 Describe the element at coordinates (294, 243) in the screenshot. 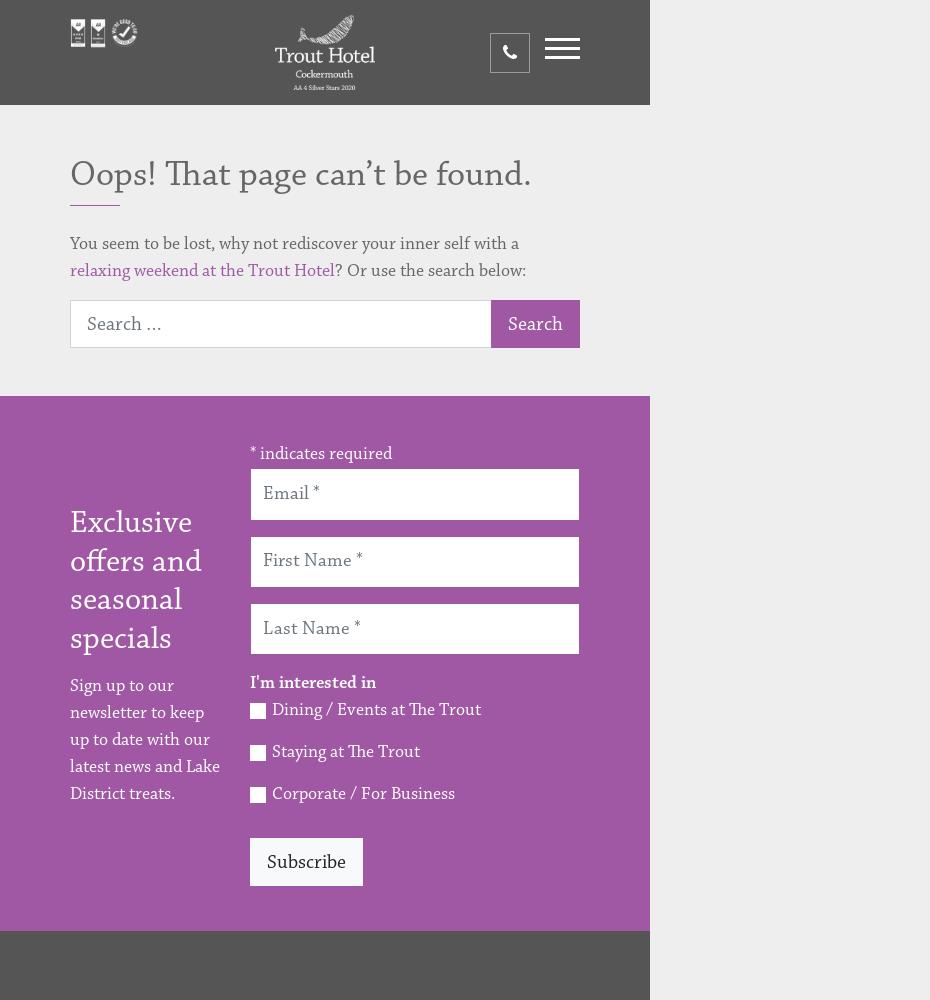

I see `'You seem to be lost, why not rediscover your inner self with a'` at that location.